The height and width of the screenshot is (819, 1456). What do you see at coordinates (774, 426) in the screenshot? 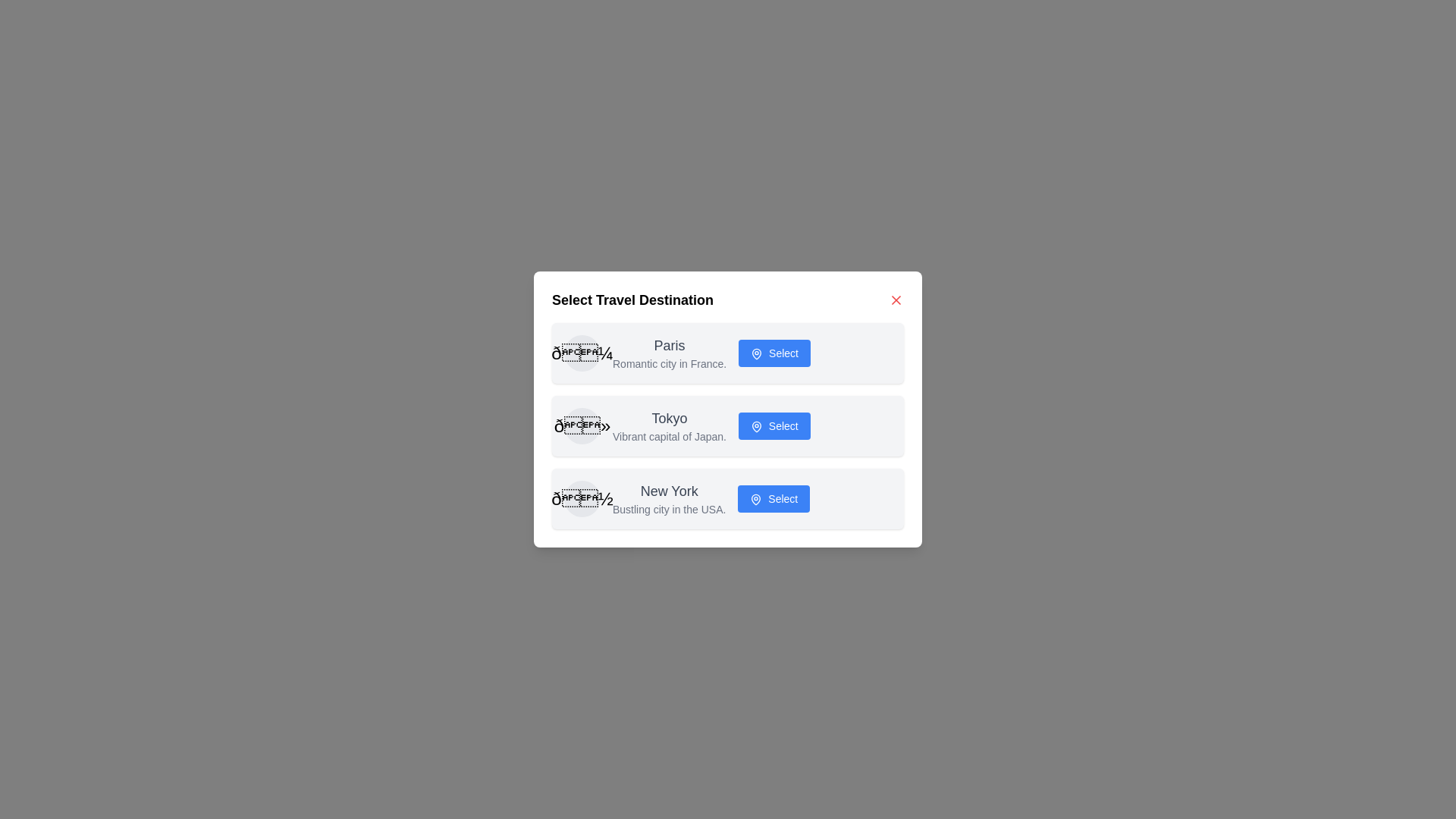
I see `'Select' button for the destination Tokyo` at bounding box center [774, 426].